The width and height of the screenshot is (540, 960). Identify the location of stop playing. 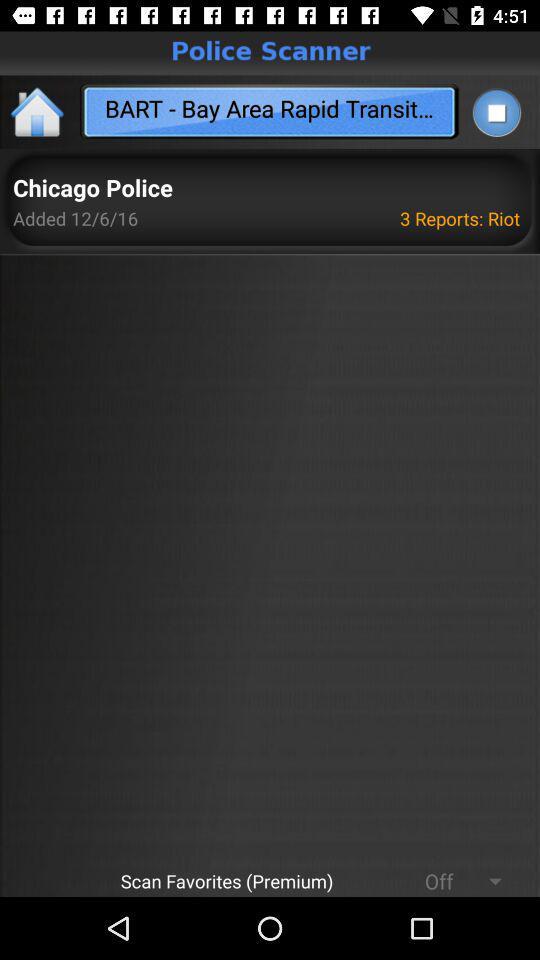
(495, 112).